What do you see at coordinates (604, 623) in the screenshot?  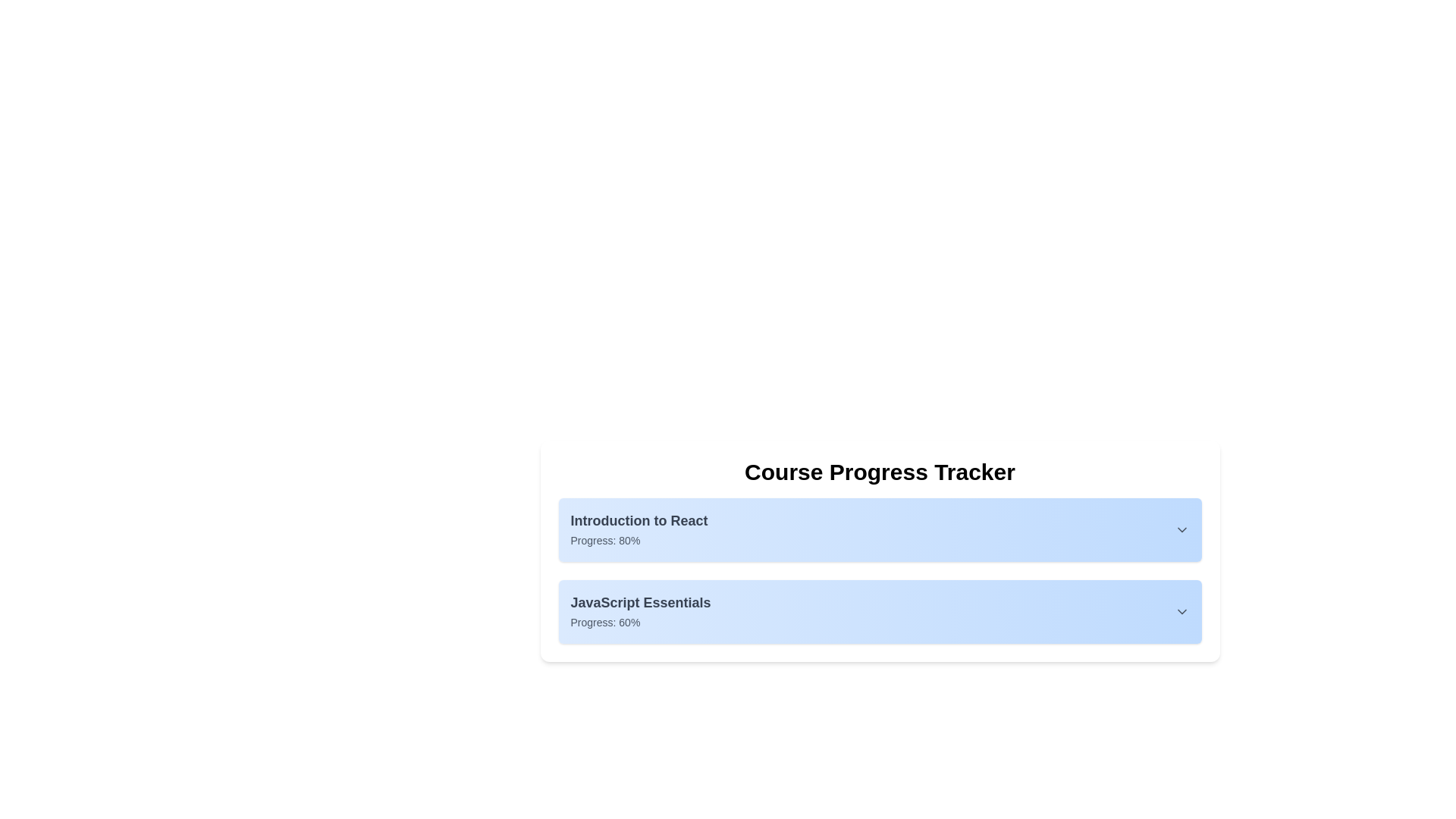 I see `the text display showing 'Progress: 60%' located below the title 'JavaScript Essentials' on a light blue background` at bounding box center [604, 623].